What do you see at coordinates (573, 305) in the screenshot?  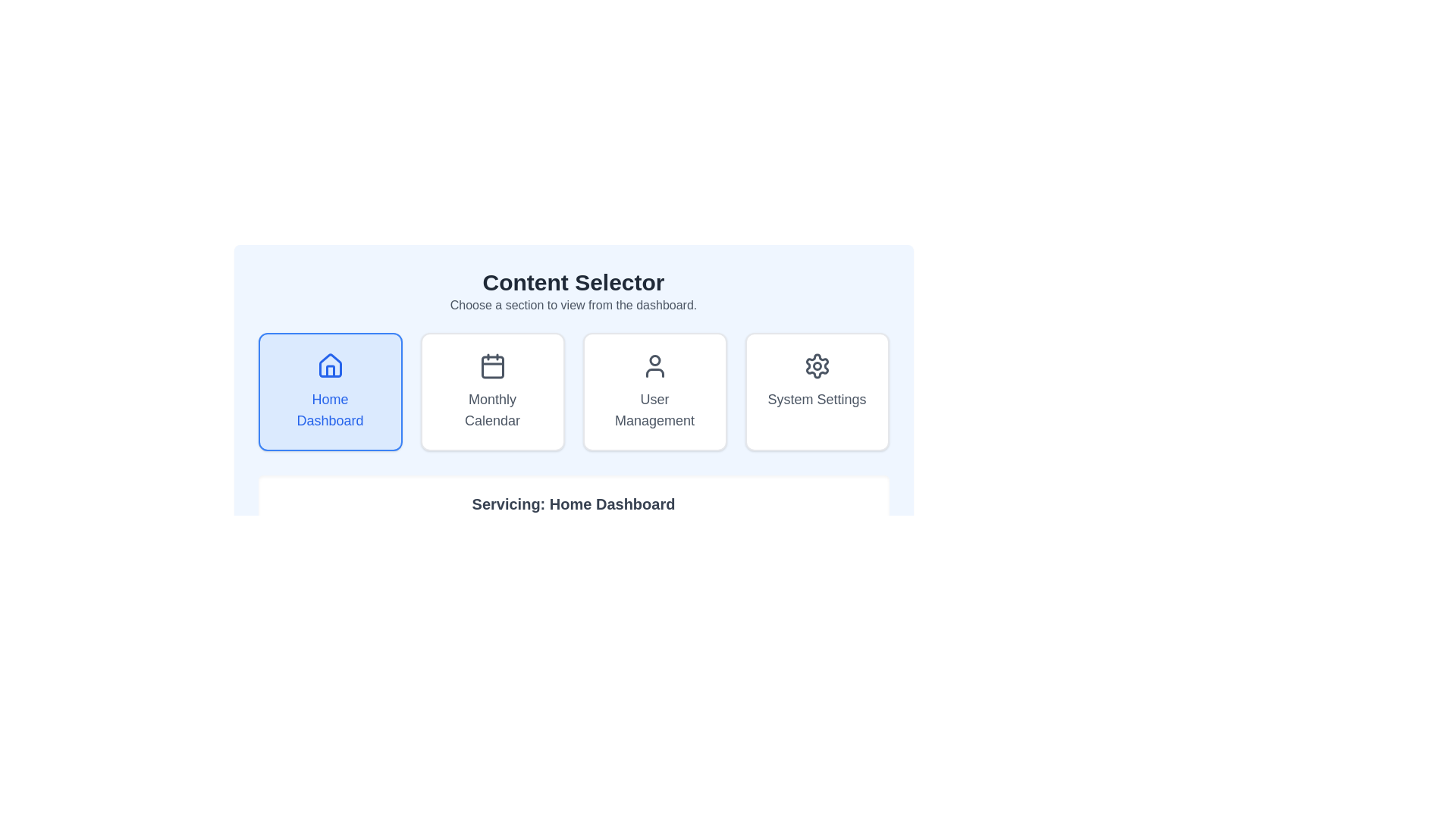 I see `the static text label that provides instructions below the 'Content Selector' heading, located at the center of the interface` at bounding box center [573, 305].